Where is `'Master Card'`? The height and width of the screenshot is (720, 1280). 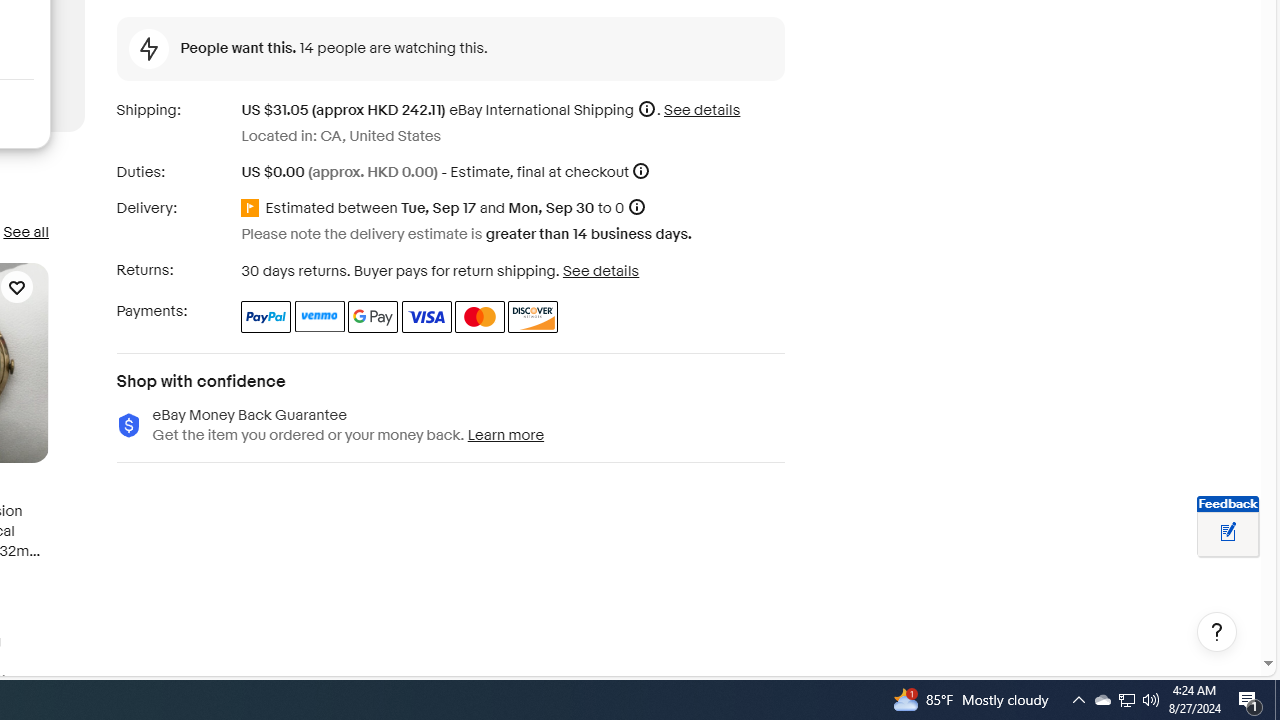
'Master Card' is located at coordinates (480, 315).